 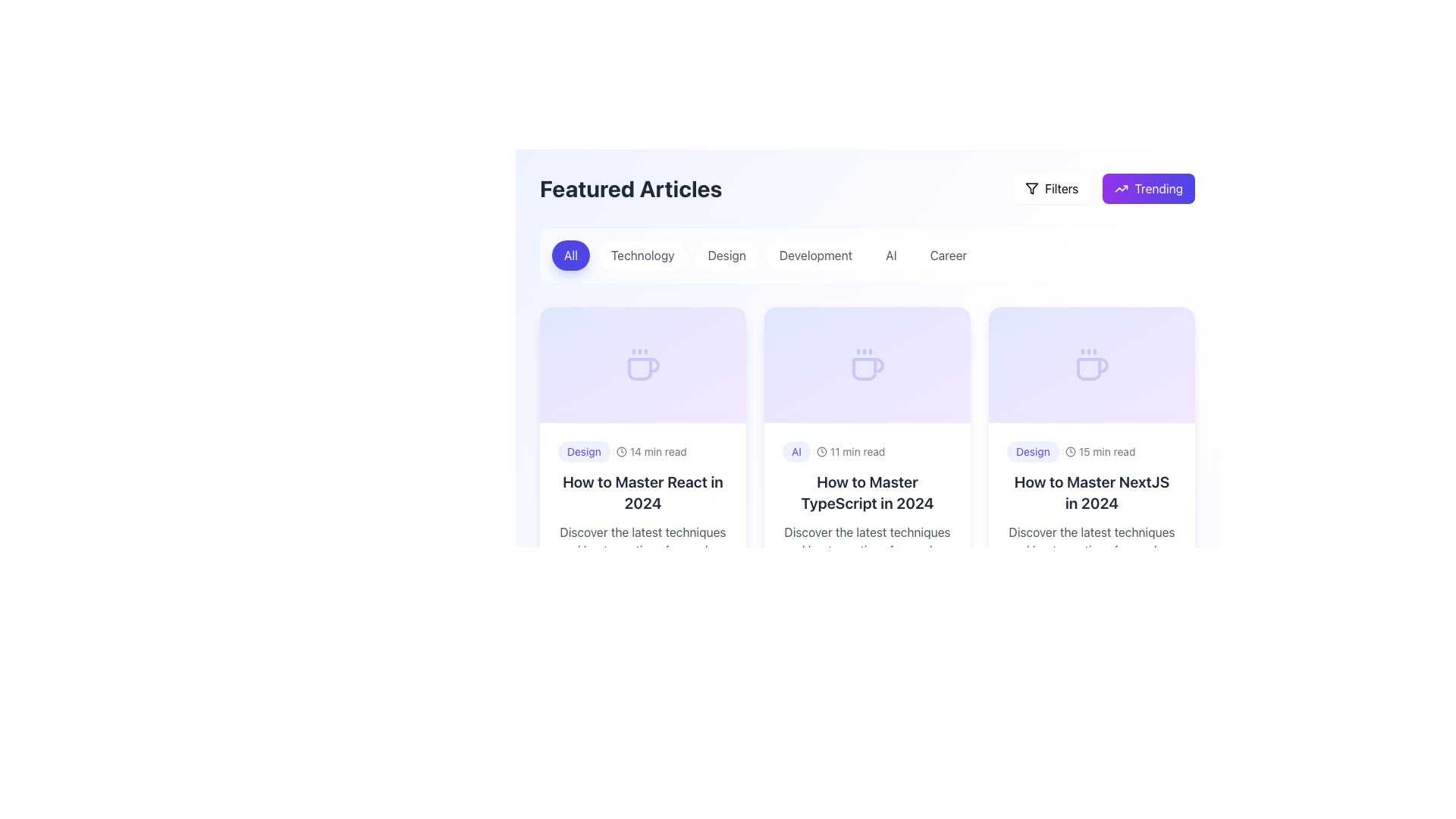 I want to click on the decorative icon positioned in the center of the top section of the card titled 'How to Master React in 2024', which visually represents a relaxed or creative topic, so click(x=643, y=365).